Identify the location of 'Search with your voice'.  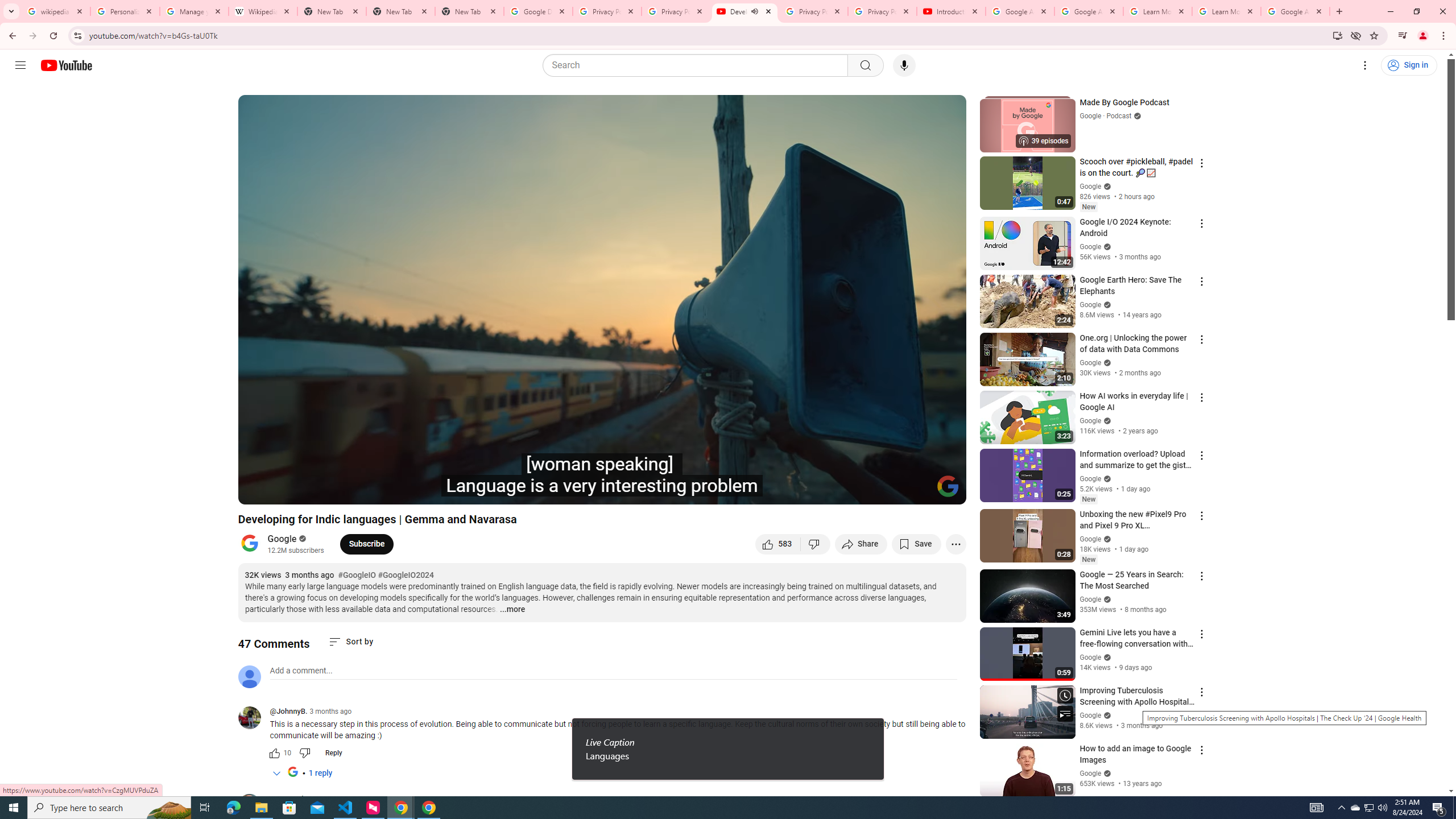
(904, 65).